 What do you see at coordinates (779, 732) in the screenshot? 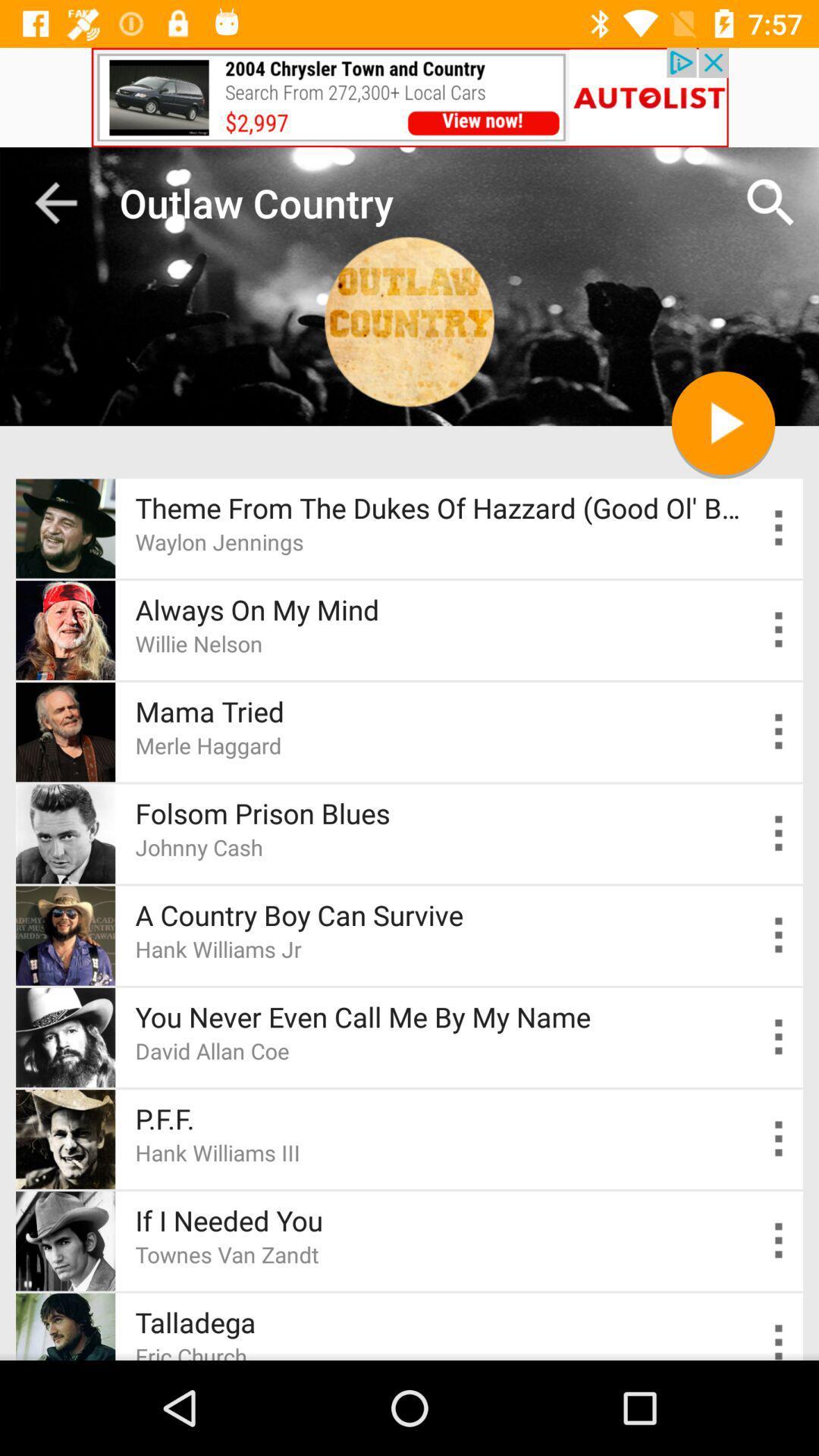
I see `open more settings` at bounding box center [779, 732].